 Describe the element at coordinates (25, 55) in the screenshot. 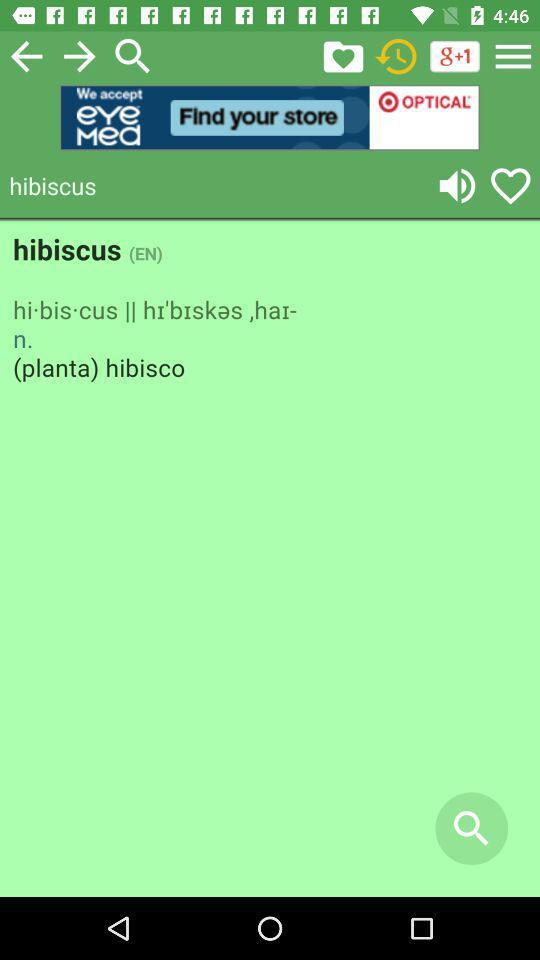

I see `previous` at that location.